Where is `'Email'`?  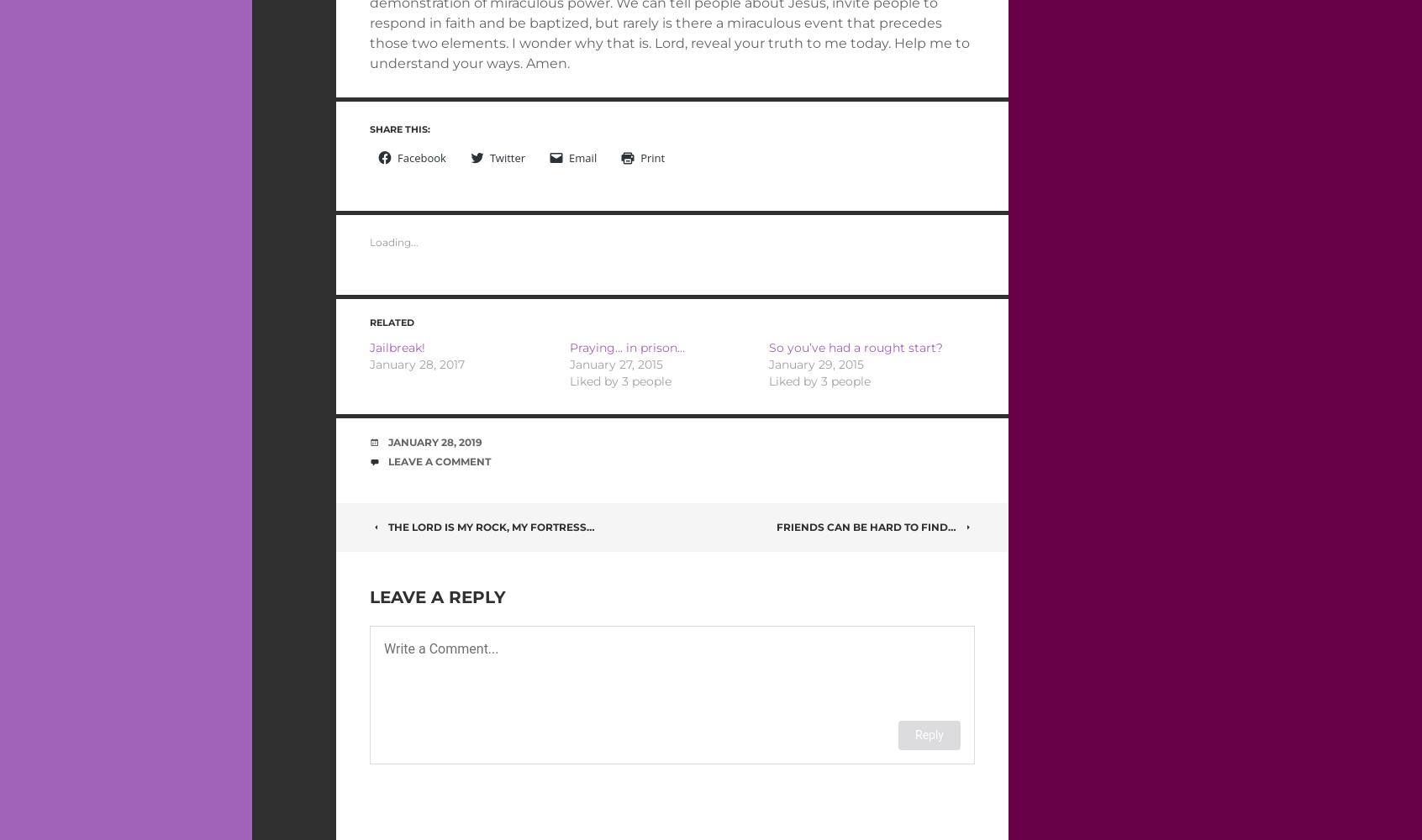
'Email' is located at coordinates (582, 158).